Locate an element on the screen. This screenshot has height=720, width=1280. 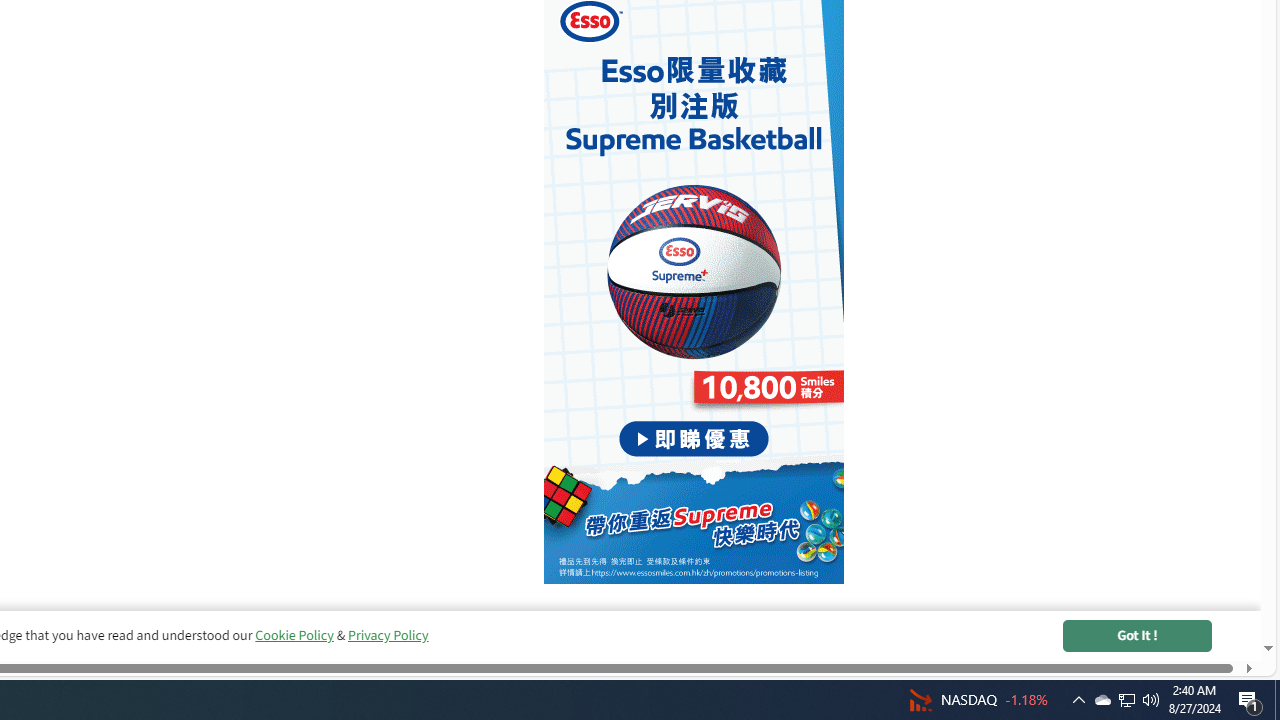
'Got It !' is located at coordinates (1137, 636).